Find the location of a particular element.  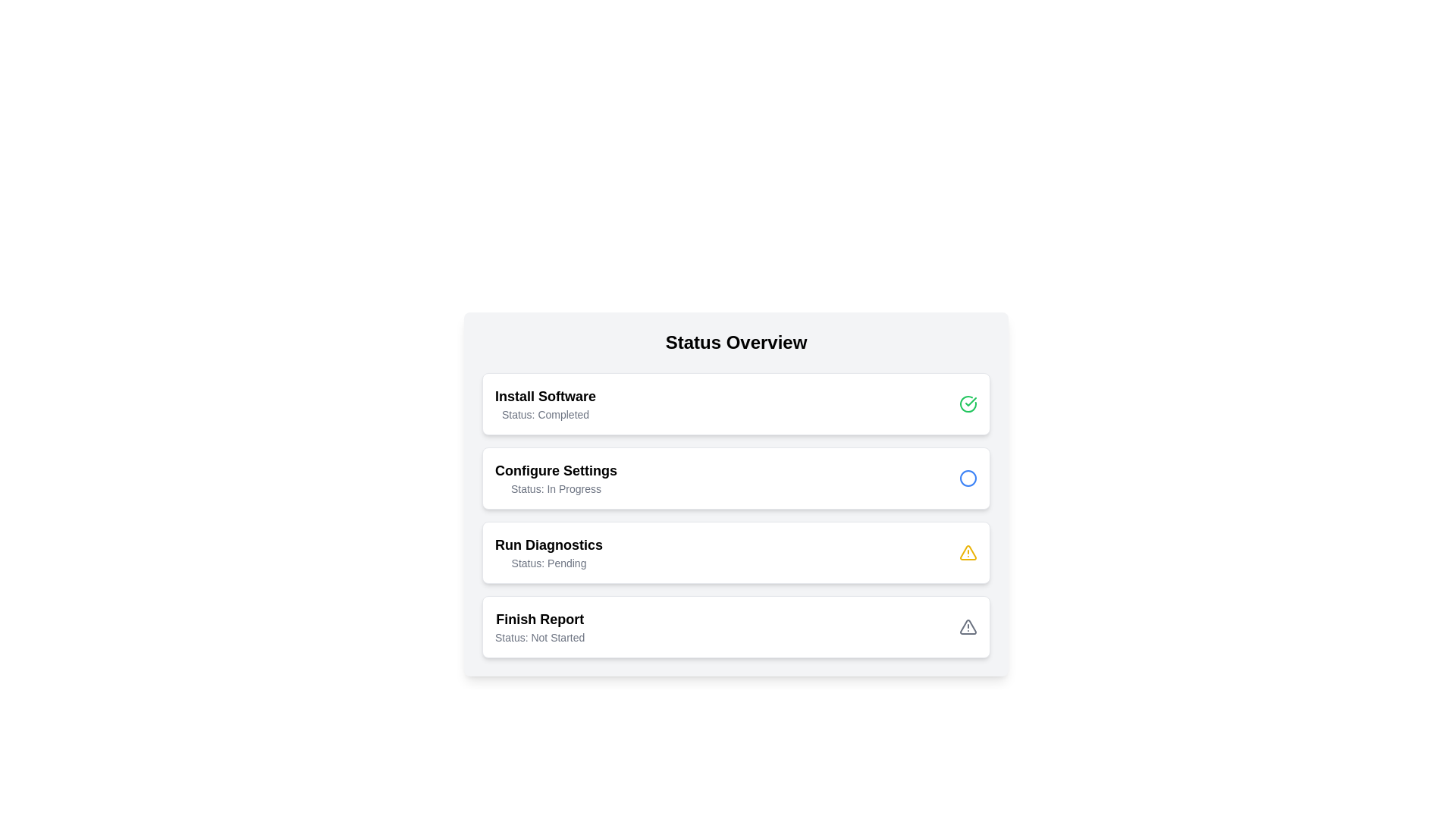

the green circular icon with a white checkmark located on the right side of the 'Install Software' item in the 'Status Overview' section is located at coordinates (967, 403).